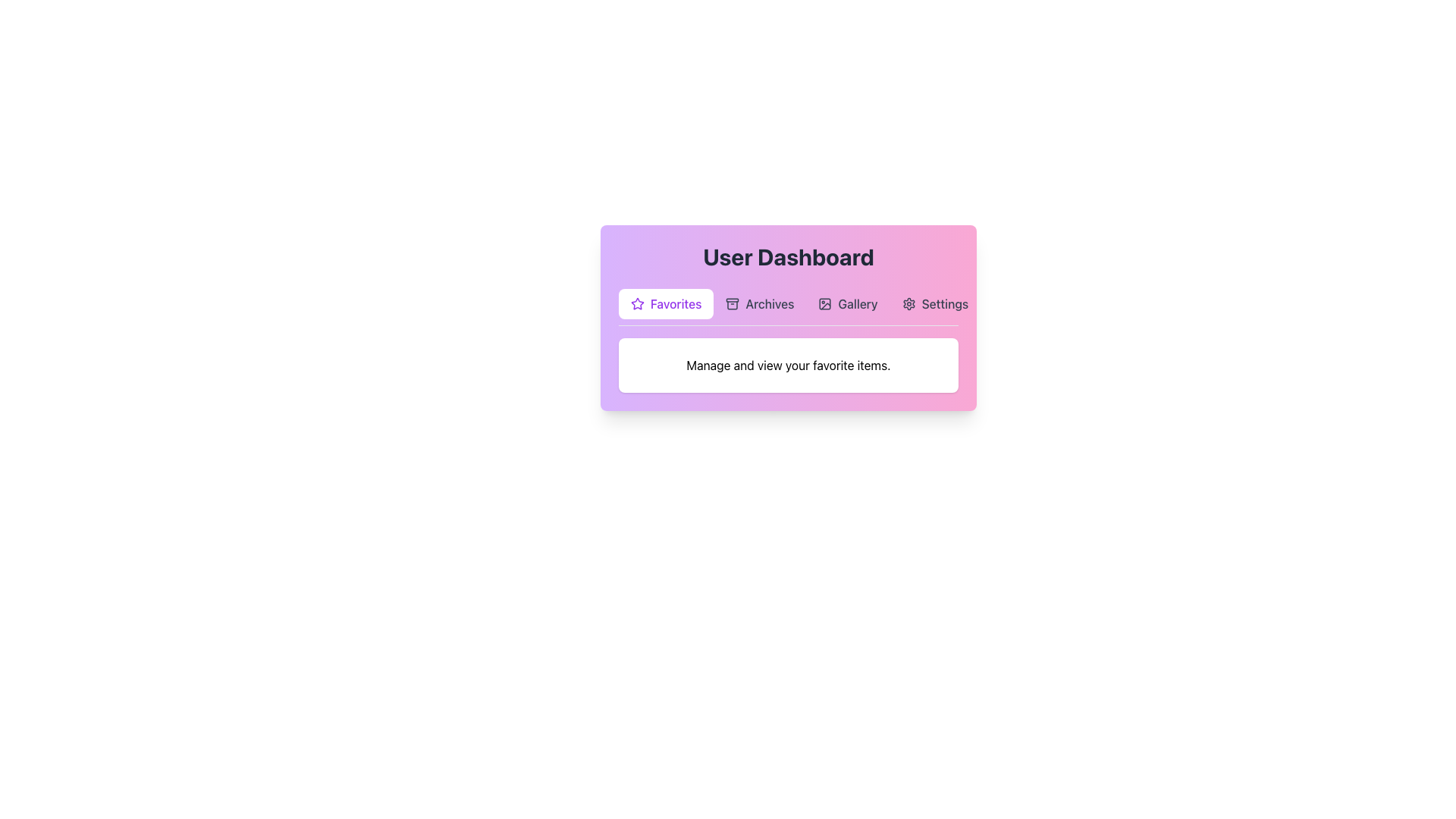  I want to click on the SVG Rectangle that serves as the main rectangular frame of the icon in the 'User Dashboard' panel next to the 'Favorites' label, so click(824, 304).